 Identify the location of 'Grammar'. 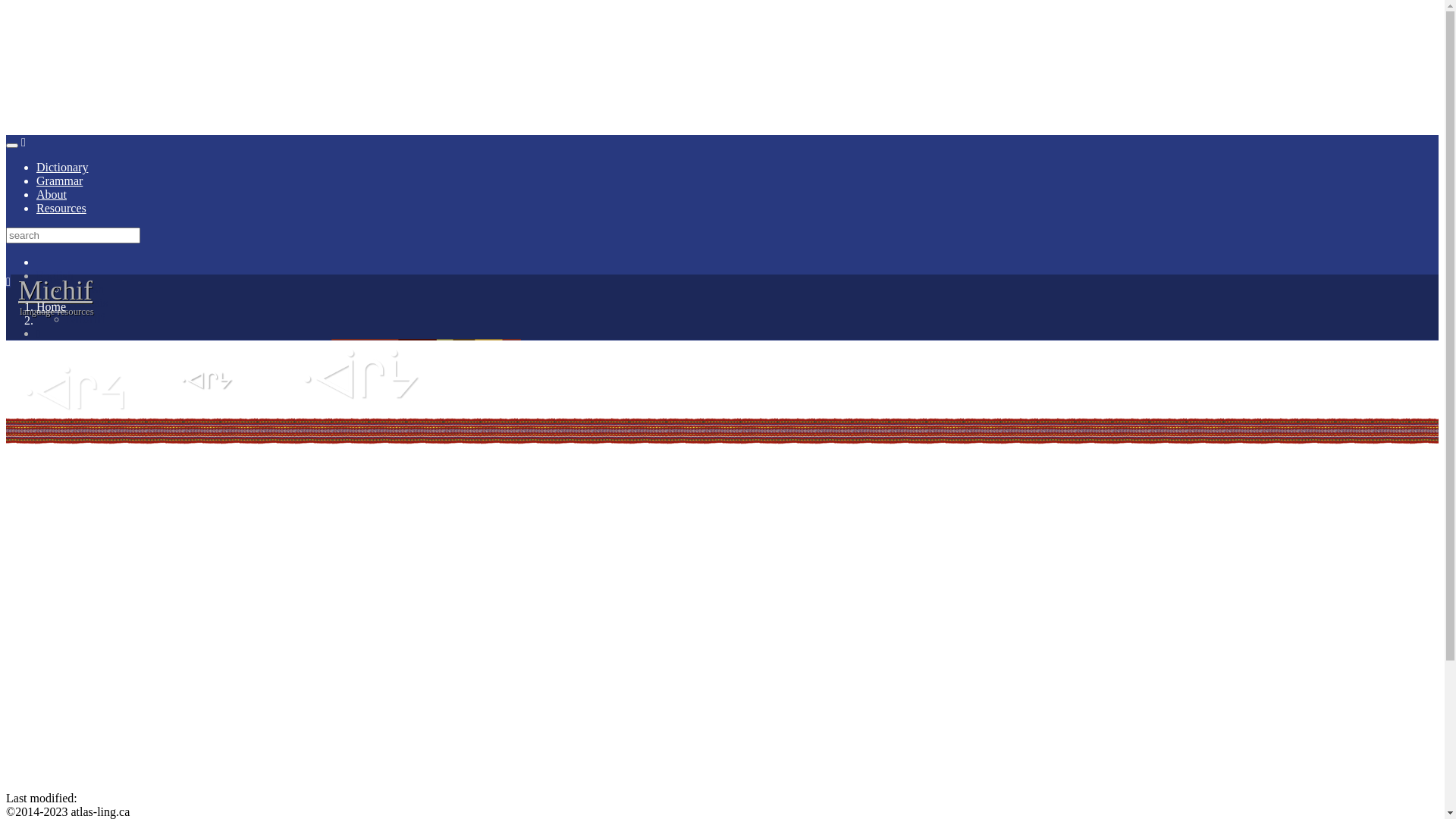
(59, 180).